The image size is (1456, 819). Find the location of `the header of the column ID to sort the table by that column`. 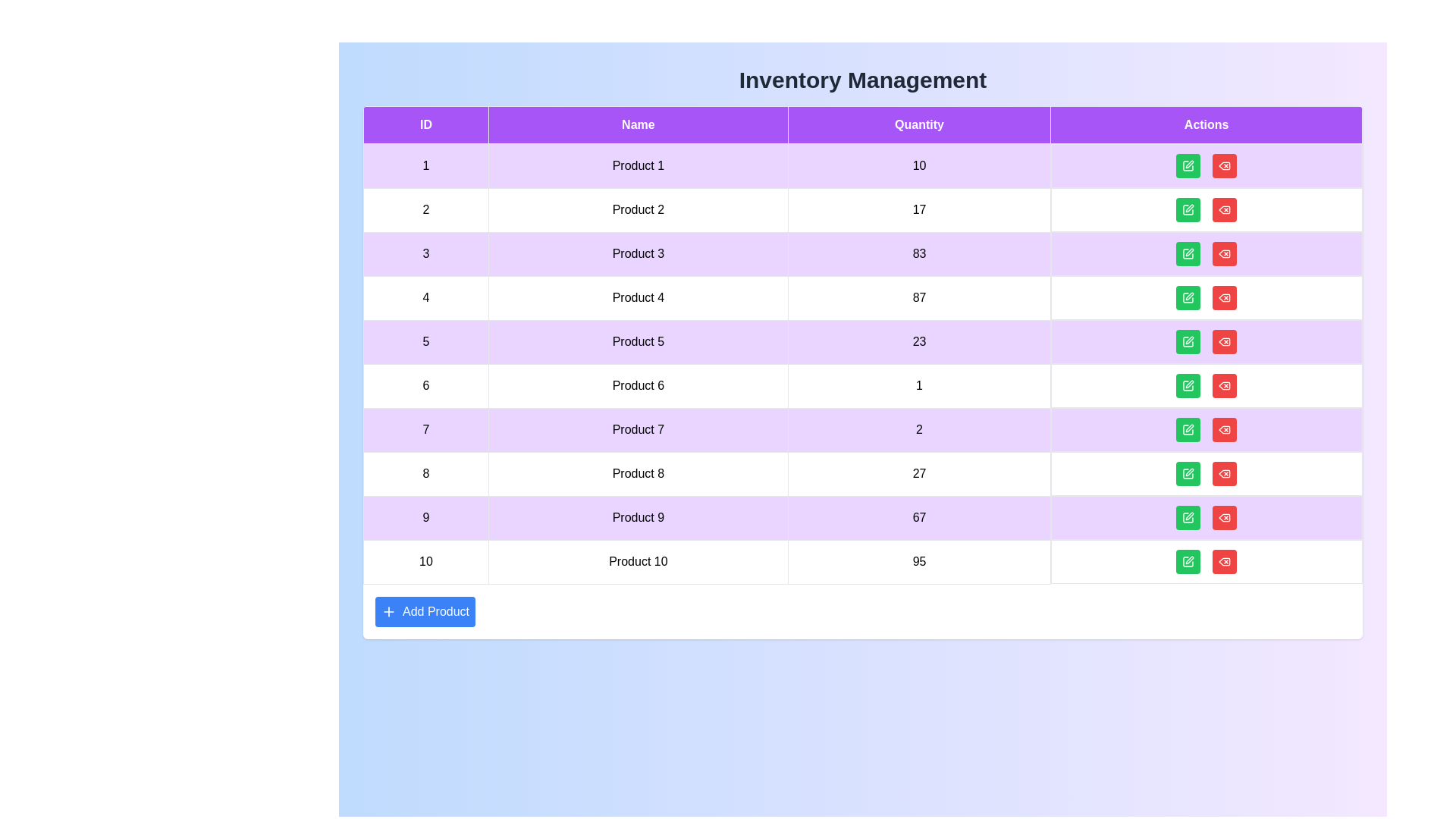

the header of the column ID to sort the table by that column is located at coordinates (425, 124).